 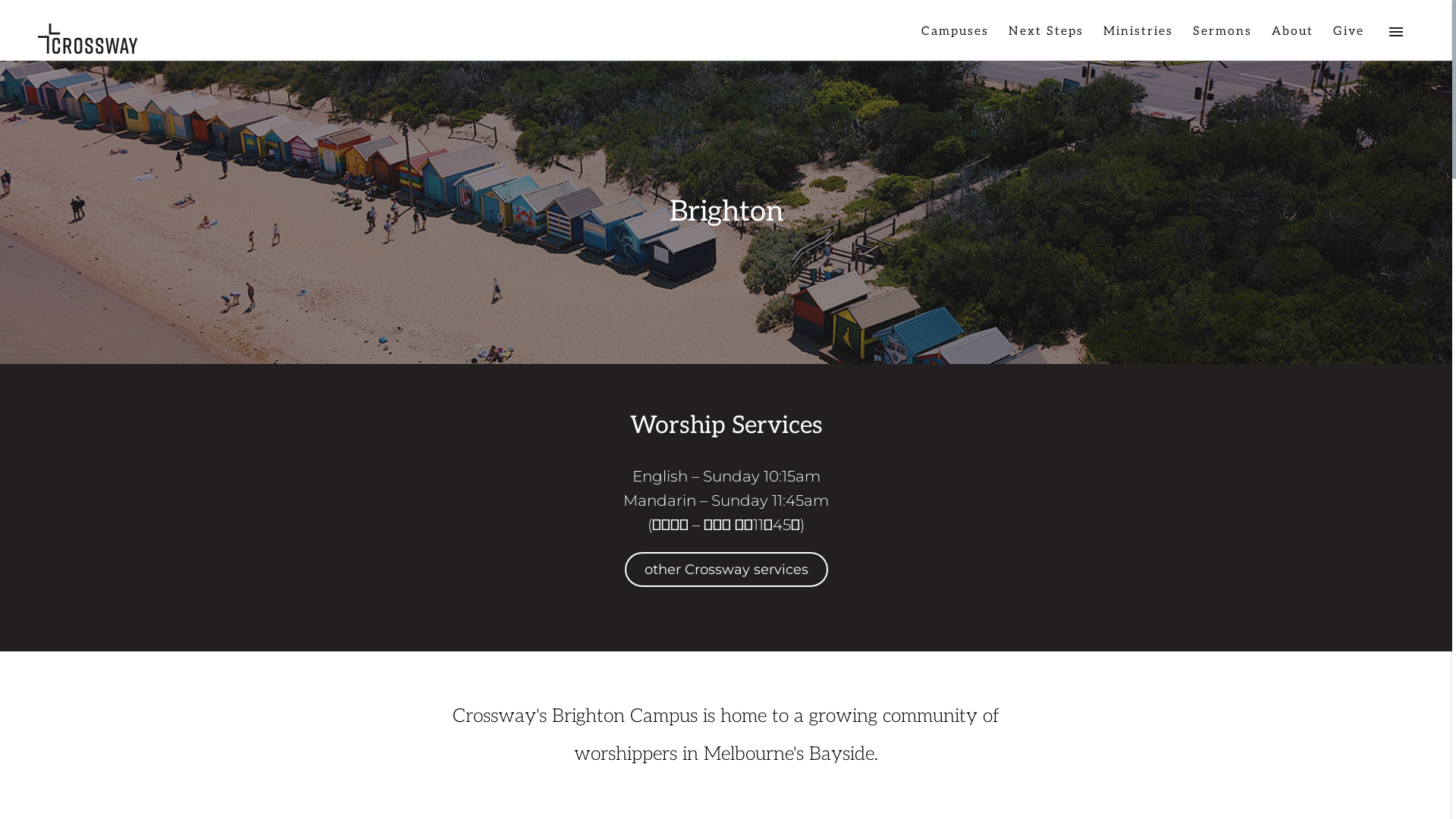 I want to click on 'Give', so click(x=1348, y=37).